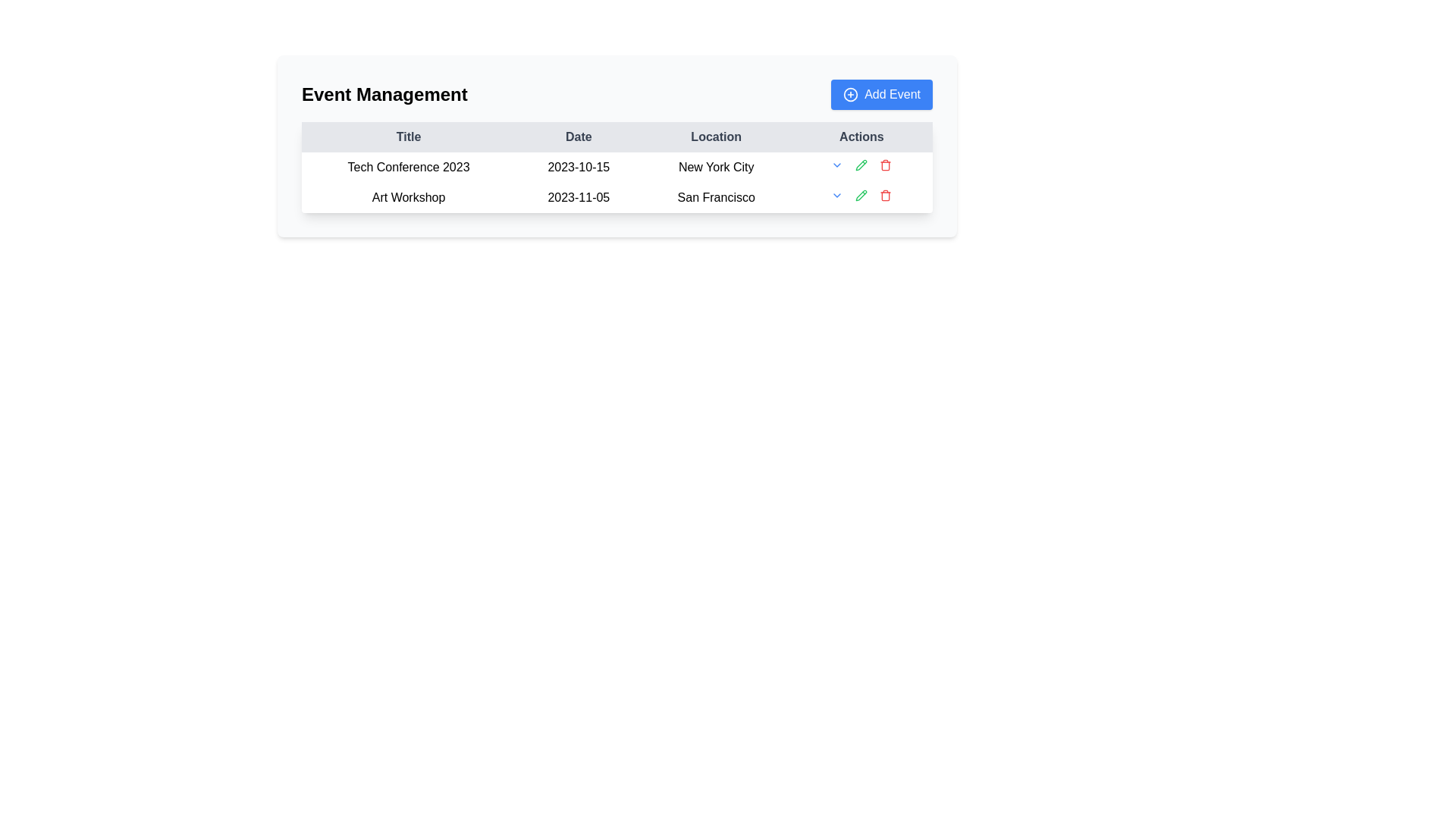  What do you see at coordinates (715, 167) in the screenshot?
I see `content displayed in the third column of the first row, which shows the location 'New York City' in the event management table` at bounding box center [715, 167].